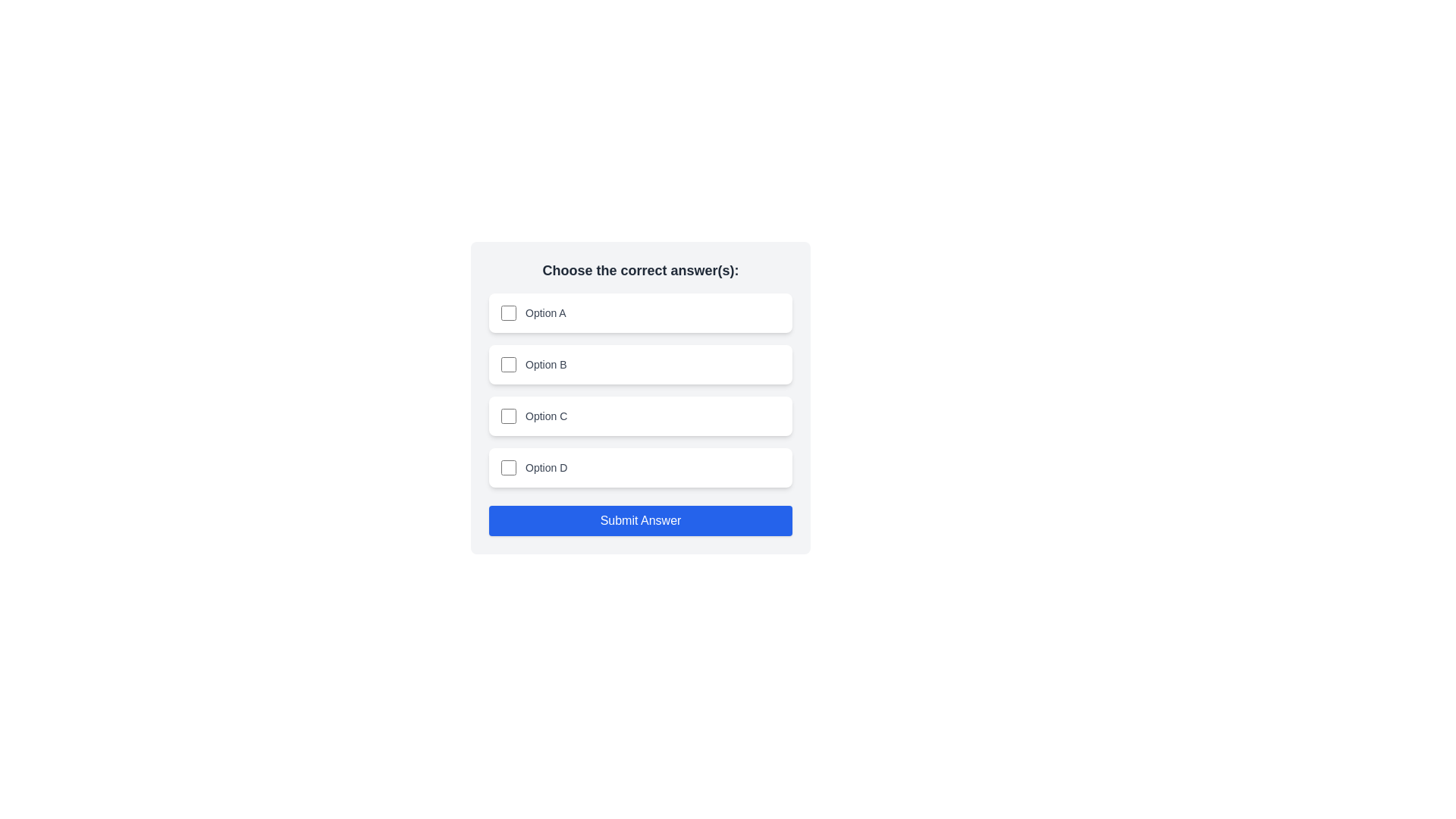  I want to click on the checkbox corresponding to Option D, so click(509, 467).